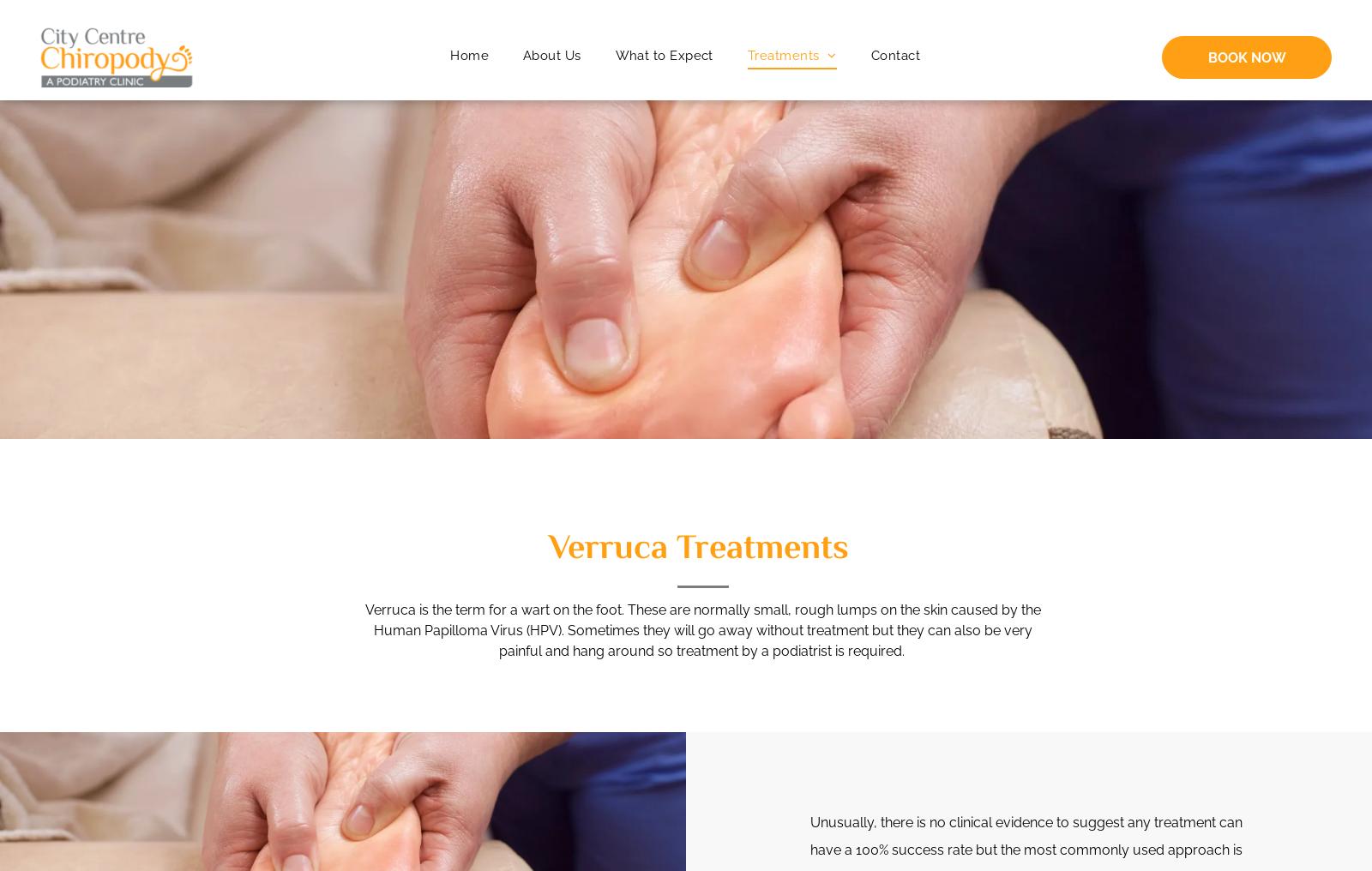 This screenshot has height=871, width=1372. Describe the element at coordinates (824, 83) in the screenshot. I see `'Podiatry / Chiropody'` at that location.